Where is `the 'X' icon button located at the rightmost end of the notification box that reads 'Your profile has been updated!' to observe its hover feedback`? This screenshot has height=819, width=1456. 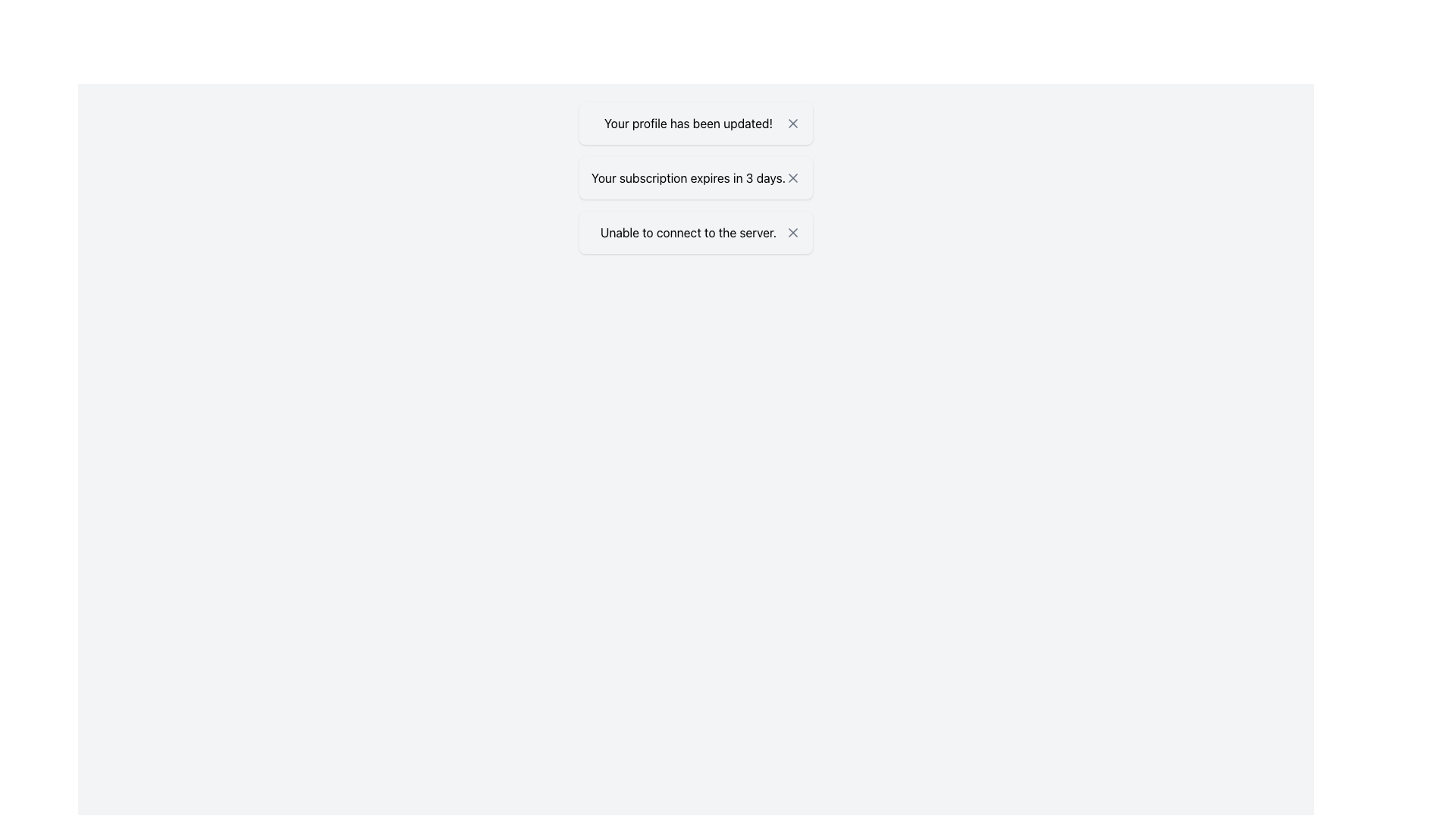 the 'X' icon button located at the rightmost end of the notification box that reads 'Your profile has been updated!' to observe its hover feedback is located at coordinates (792, 122).